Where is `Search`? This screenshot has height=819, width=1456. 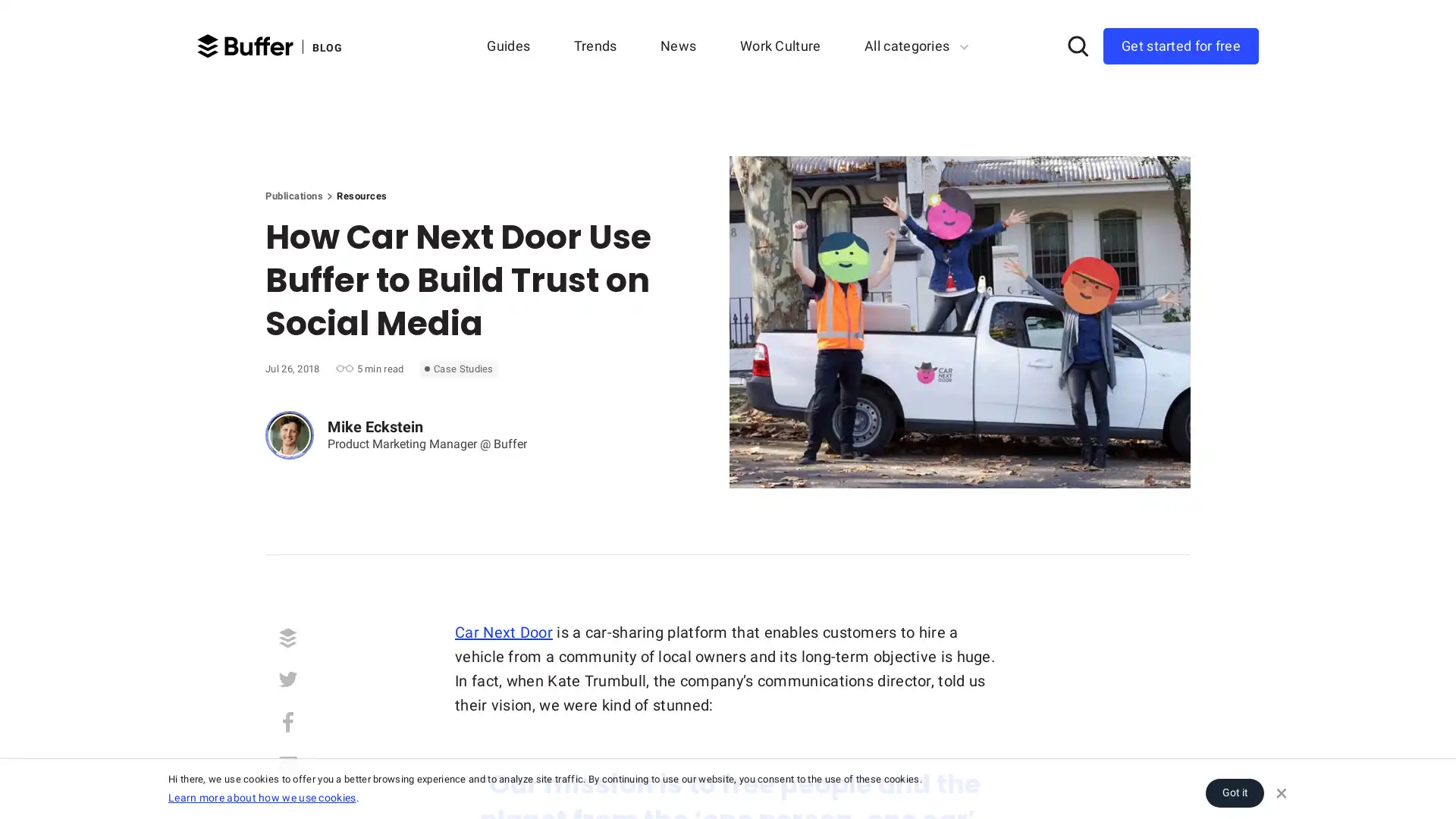
Search is located at coordinates (1073, 45).